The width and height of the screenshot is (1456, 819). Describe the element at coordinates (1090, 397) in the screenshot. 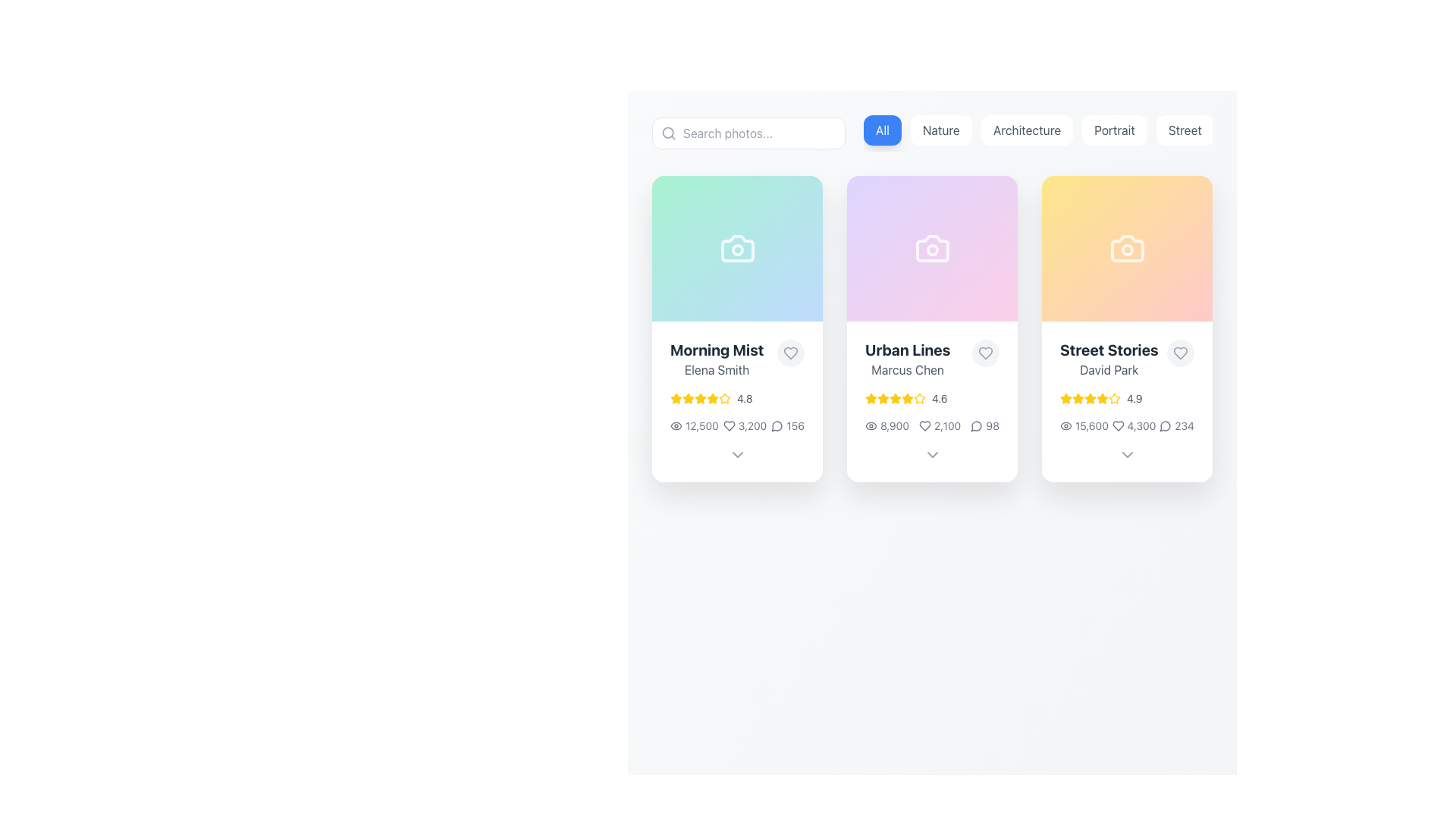

I see `the fourth star in the rating section below the 'Street Stories' card by moving the cursor to its center point` at that location.